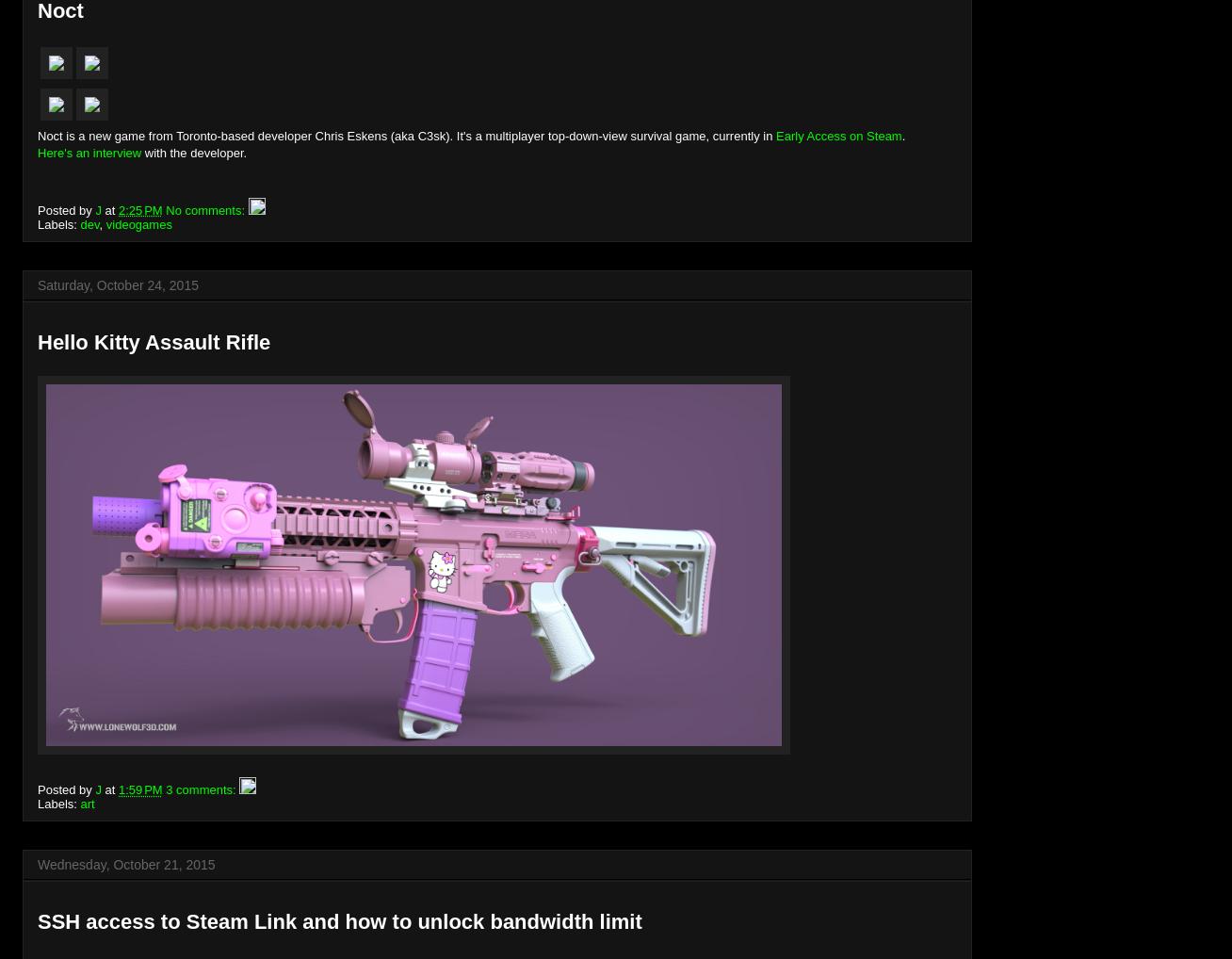  I want to click on 'Early Access on Steam', so click(838, 134).